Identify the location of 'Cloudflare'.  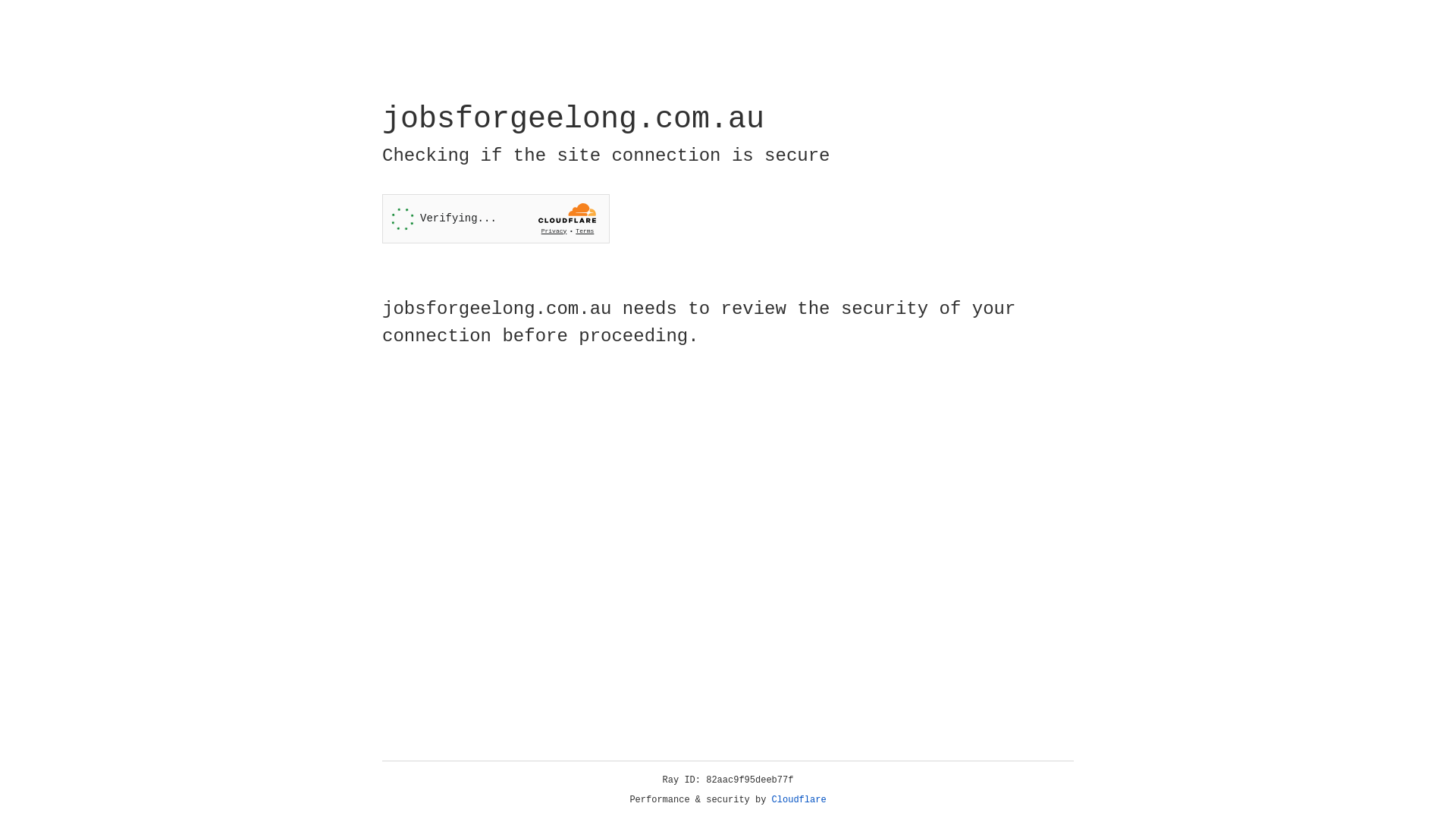
(799, 799).